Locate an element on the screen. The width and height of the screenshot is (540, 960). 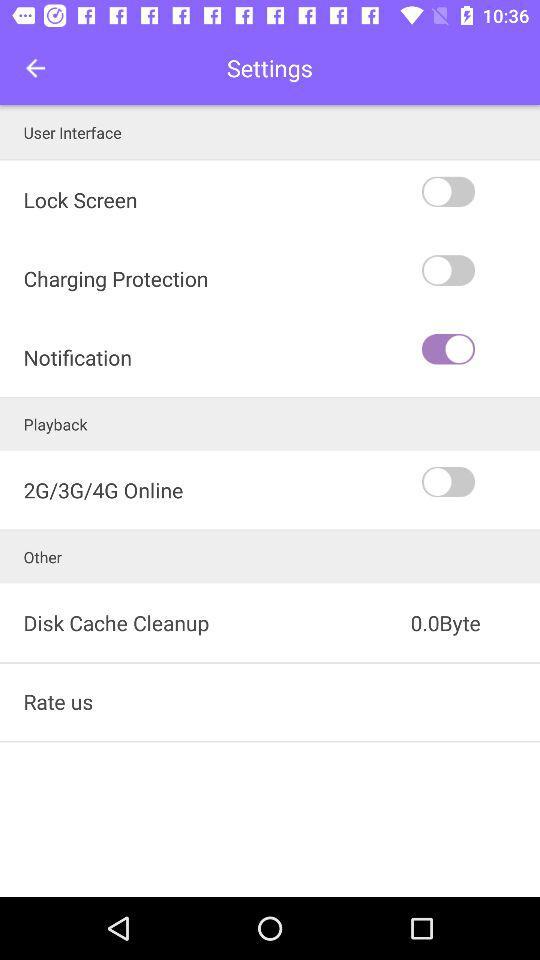
the icon next to the 2g 3g 4g icon is located at coordinates (478, 481).